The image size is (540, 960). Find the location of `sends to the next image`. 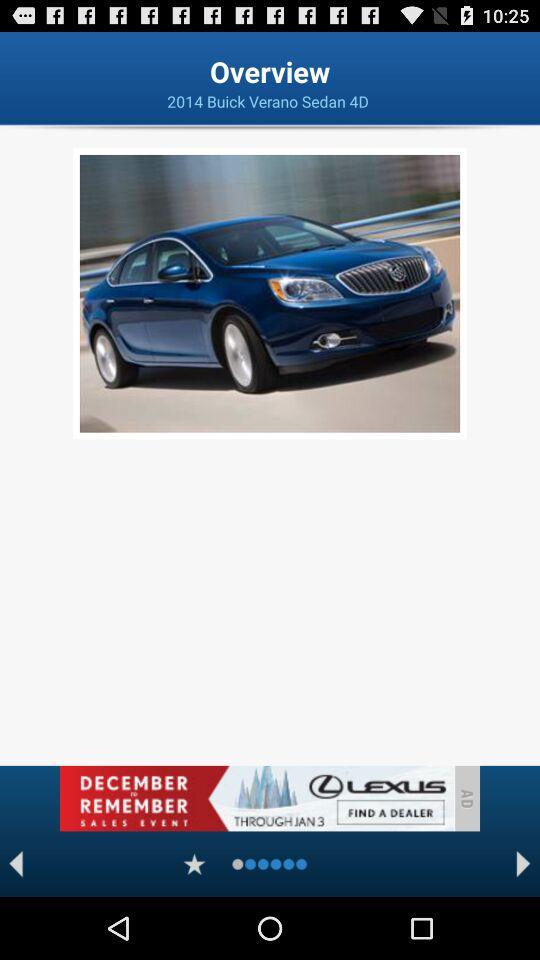

sends to the next image is located at coordinates (523, 863).